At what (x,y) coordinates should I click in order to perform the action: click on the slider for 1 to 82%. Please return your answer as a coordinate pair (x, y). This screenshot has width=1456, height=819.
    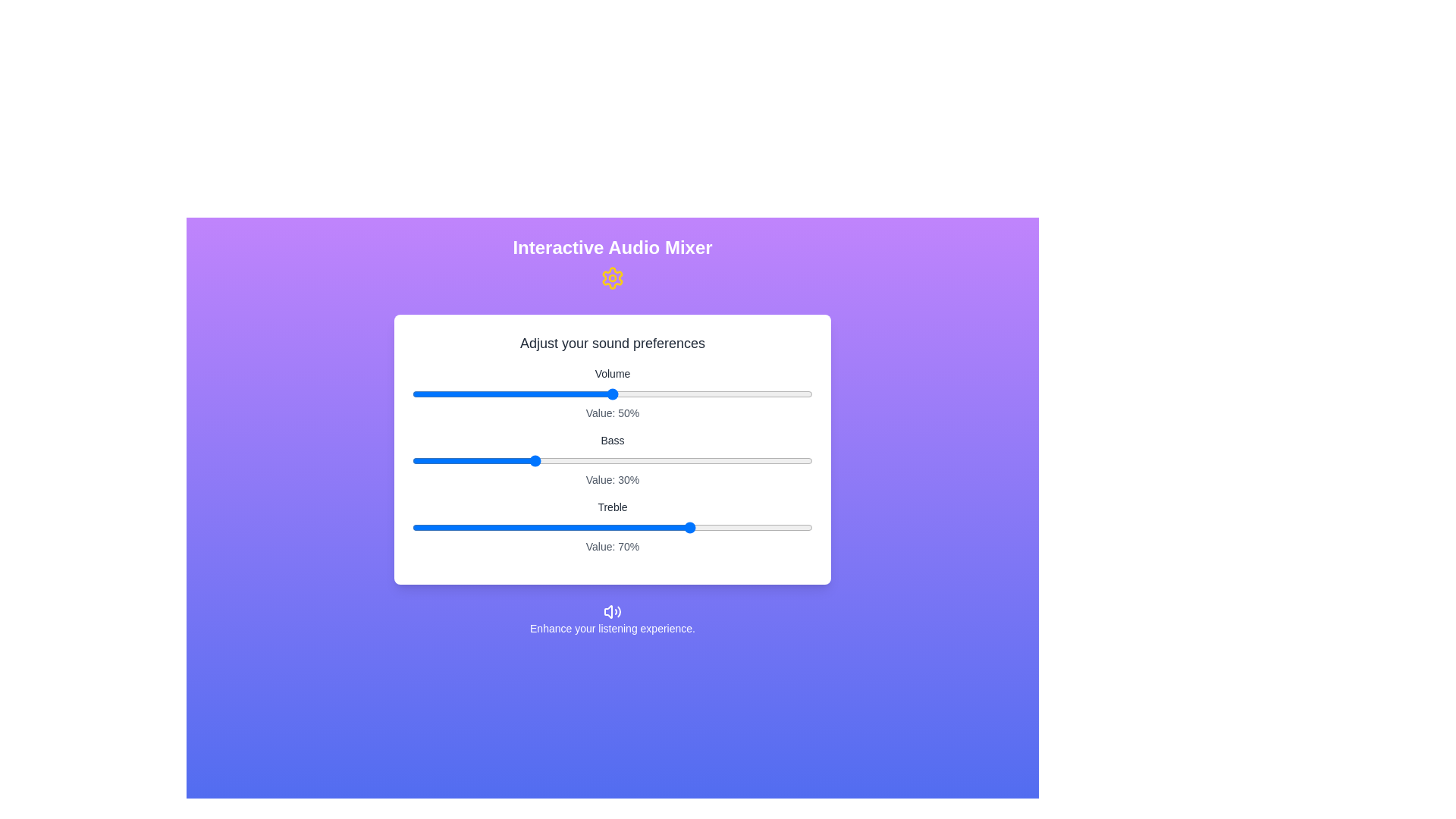
    Looking at the image, I should click on (740, 460).